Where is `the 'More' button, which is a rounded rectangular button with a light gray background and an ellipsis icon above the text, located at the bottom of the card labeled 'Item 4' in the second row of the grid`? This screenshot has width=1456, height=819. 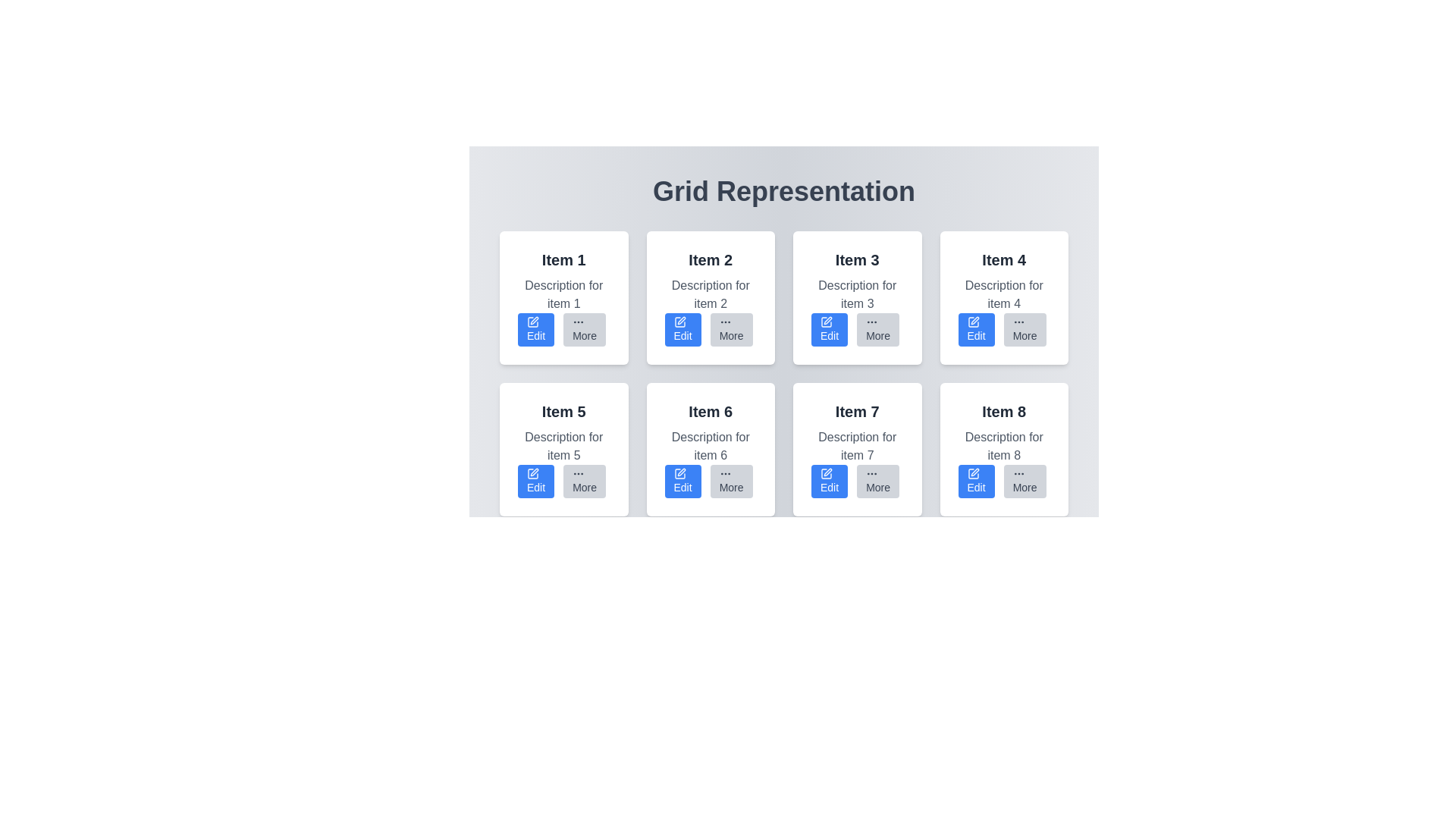
the 'More' button, which is a rounded rectangular button with a light gray background and an ellipsis icon above the text, located at the bottom of the card labeled 'Item 4' in the second row of the grid is located at coordinates (1025, 329).